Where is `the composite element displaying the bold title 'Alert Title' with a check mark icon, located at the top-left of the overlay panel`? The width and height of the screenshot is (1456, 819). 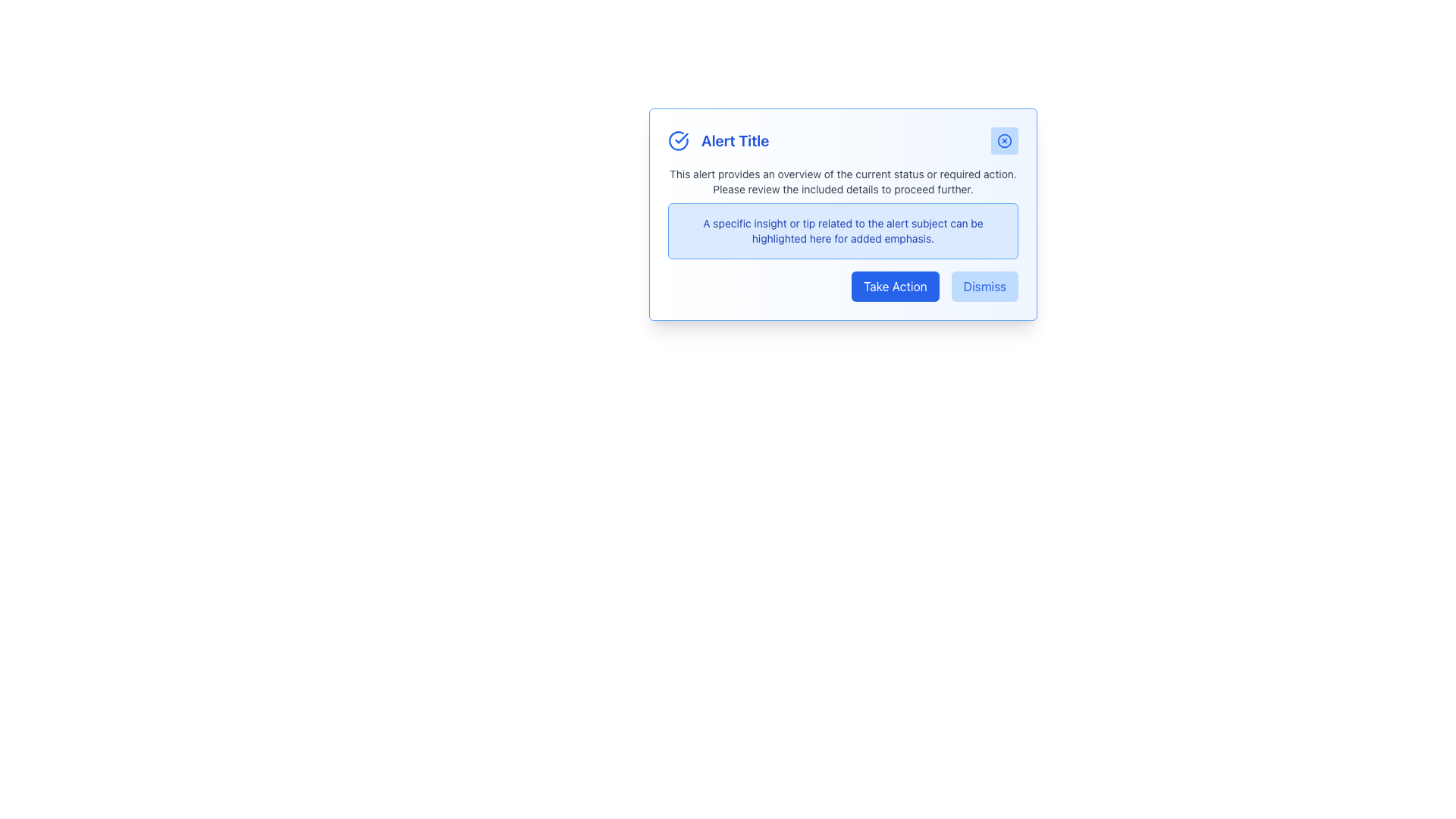
the composite element displaying the bold title 'Alert Title' with a check mark icon, located at the top-left of the overlay panel is located at coordinates (717, 140).